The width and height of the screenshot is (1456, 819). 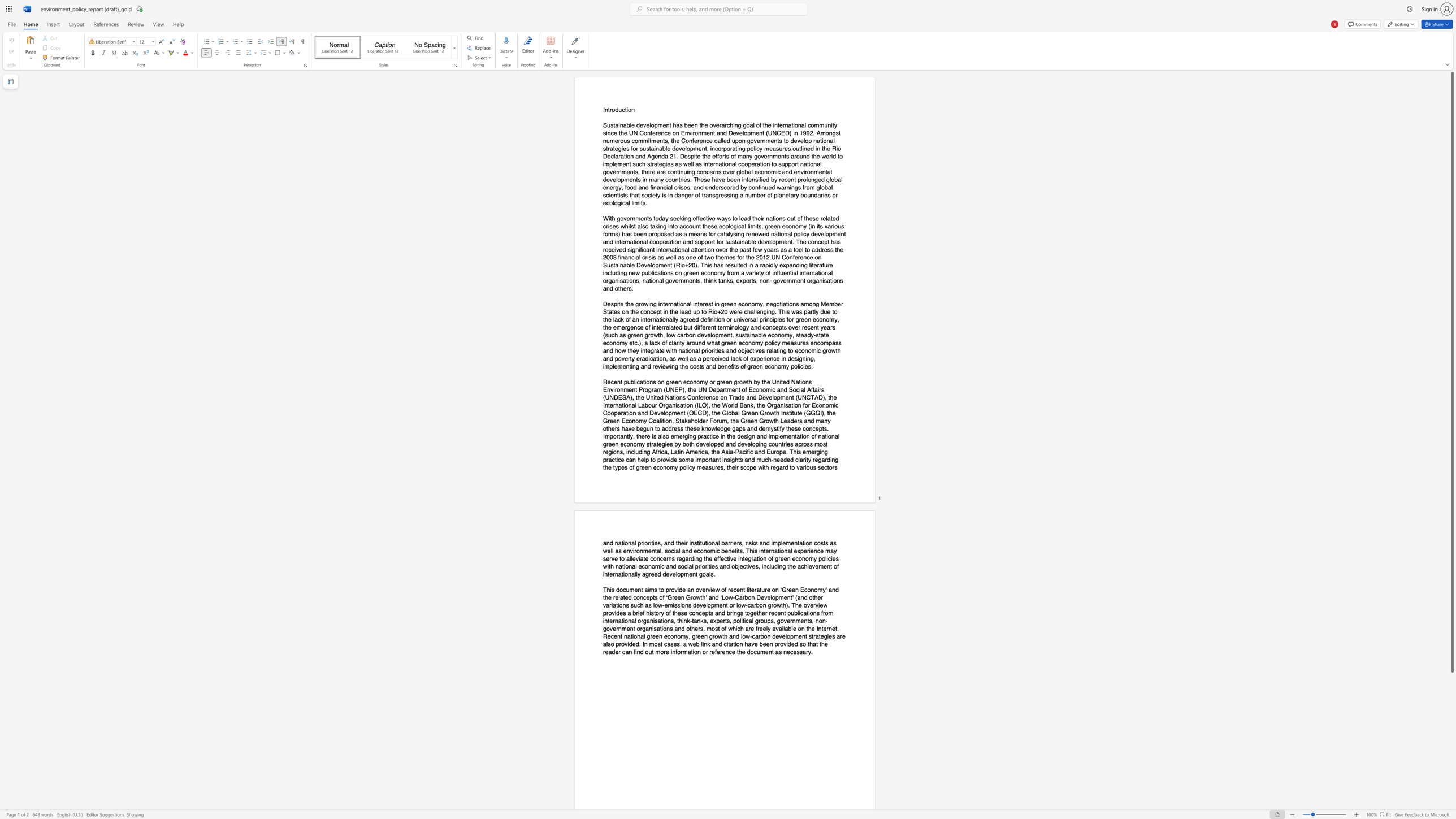 I want to click on the page's right scrollbar for downward movement, so click(x=1451, y=708).